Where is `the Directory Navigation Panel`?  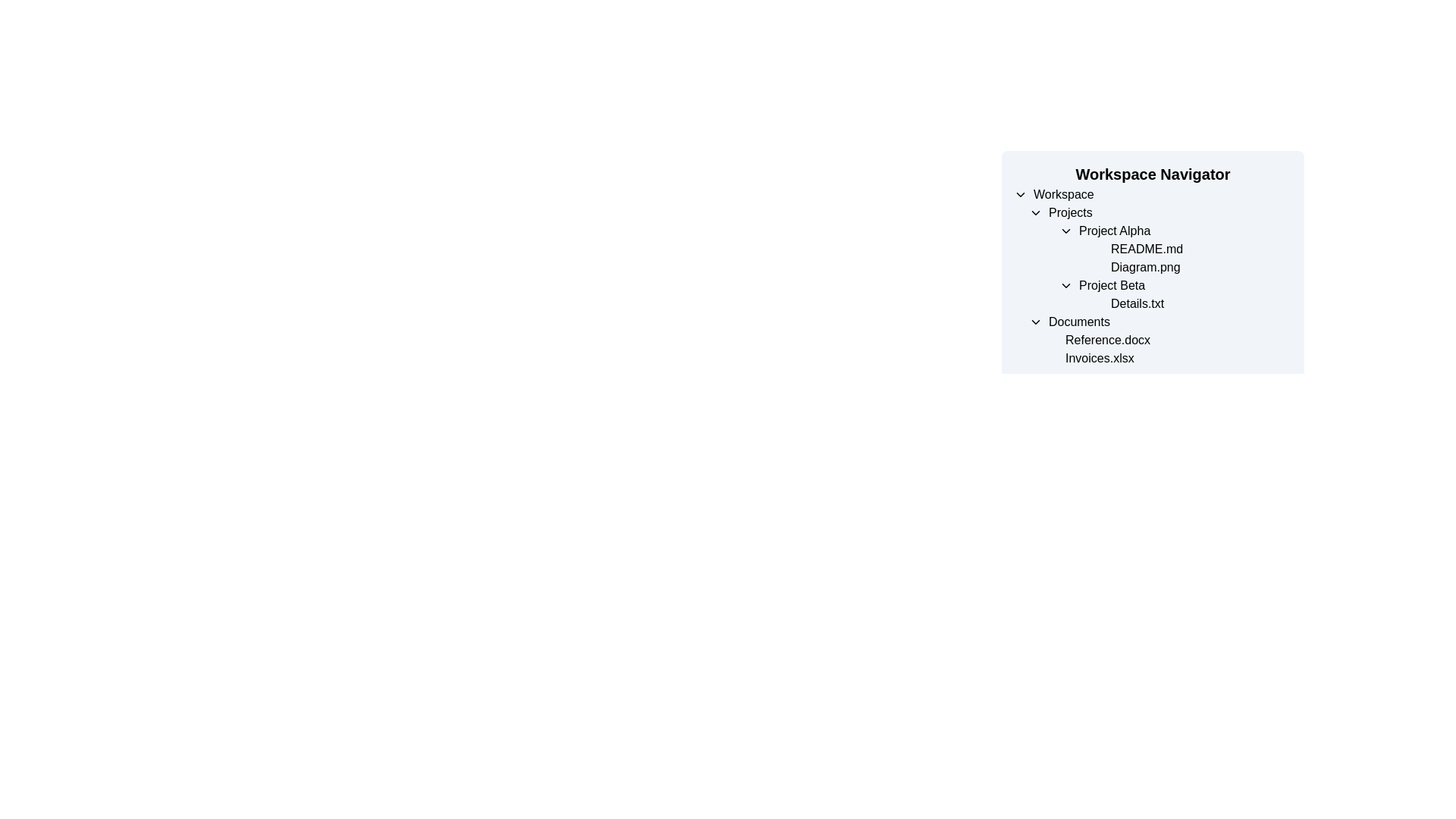
the Directory Navigation Panel is located at coordinates (1153, 277).